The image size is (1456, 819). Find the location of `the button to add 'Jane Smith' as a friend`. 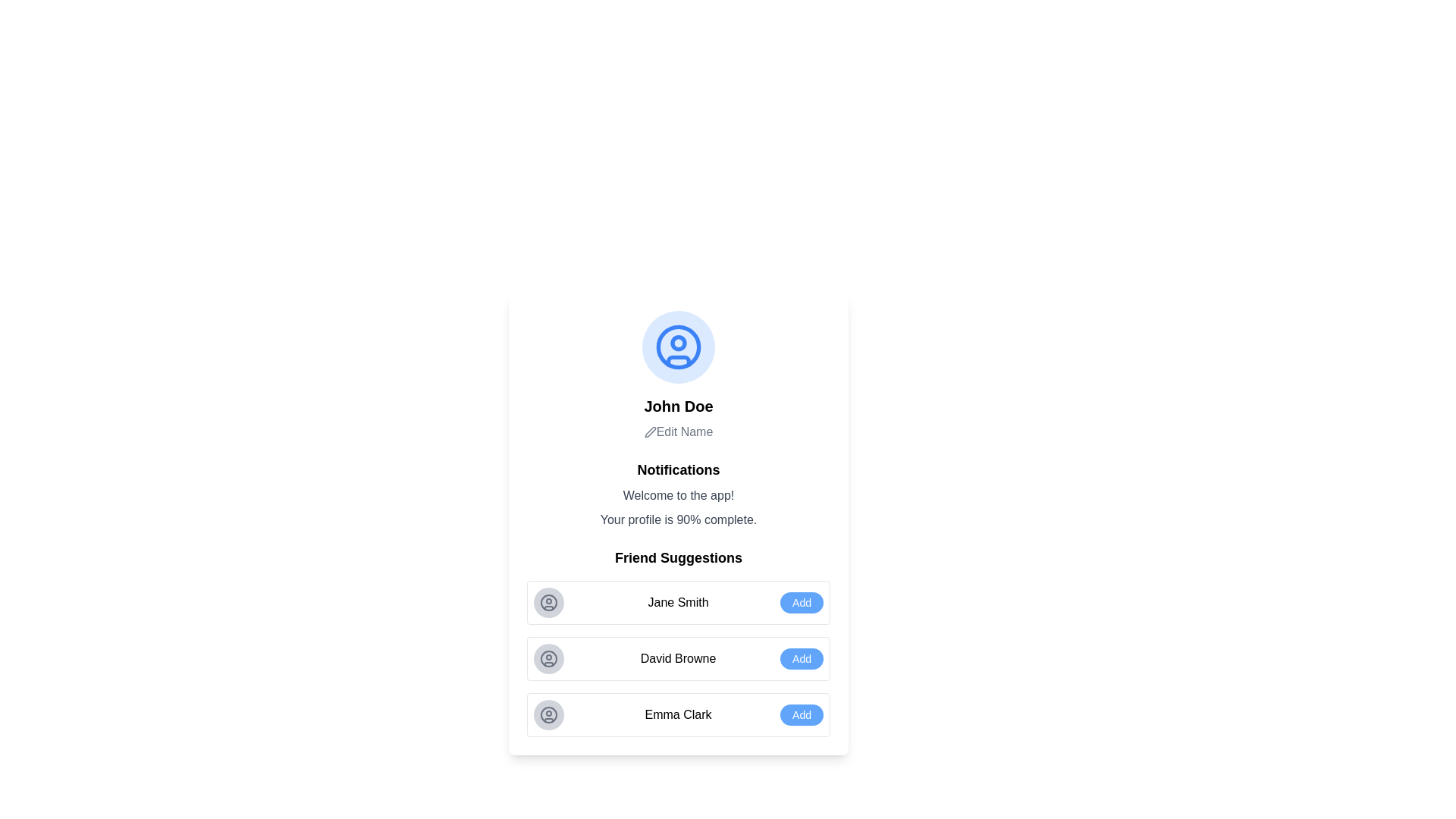

the button to add 'Jane Smith' as a friend is located at coordinates (801, 601).